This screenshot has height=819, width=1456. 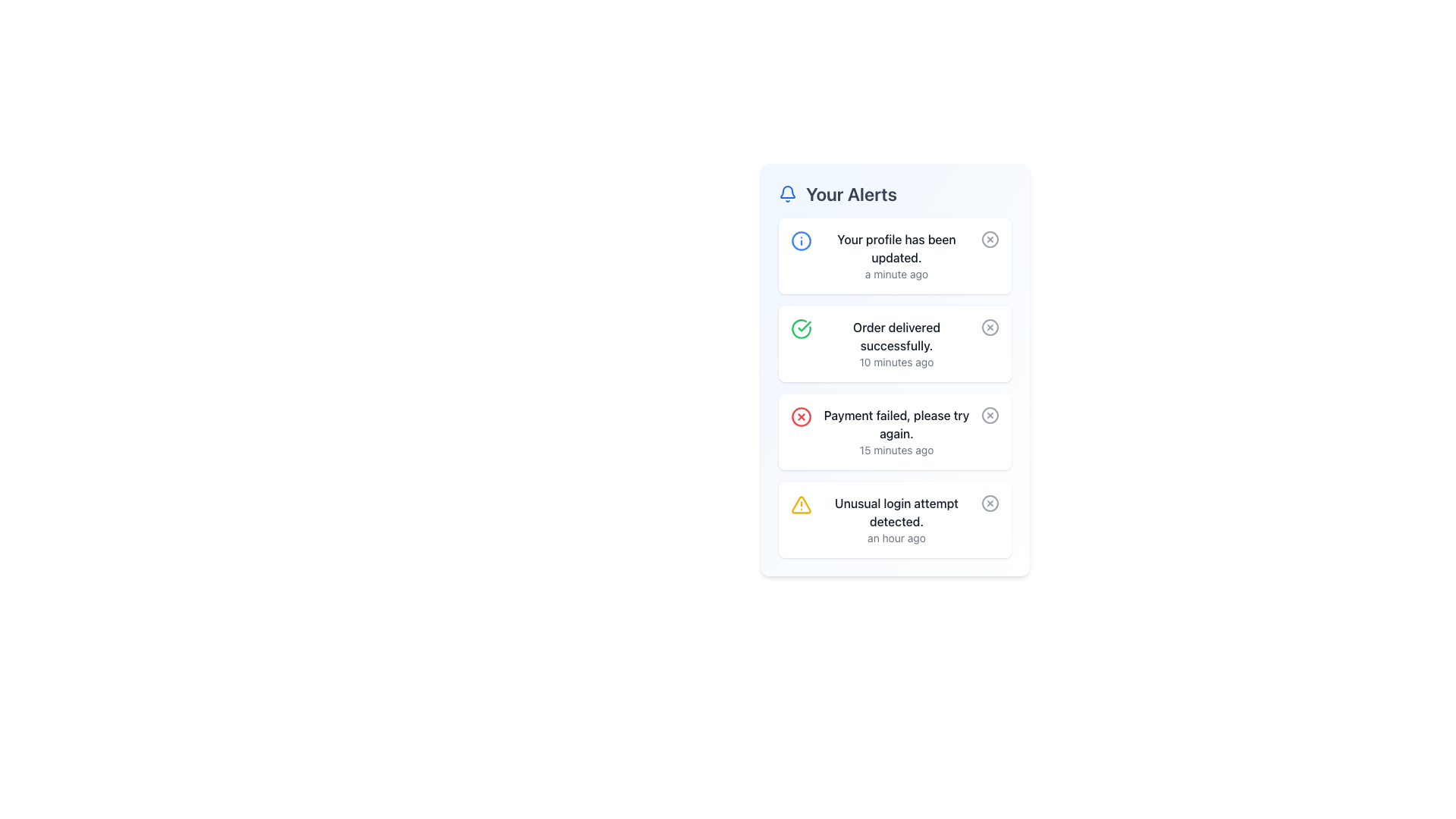 What do you see at coordinates (895, 344) in the screenshot?
I see `the Notification Card that indicates a successful order delivery, which is the second notification in the alert panel` at bounding box center [895, 344].